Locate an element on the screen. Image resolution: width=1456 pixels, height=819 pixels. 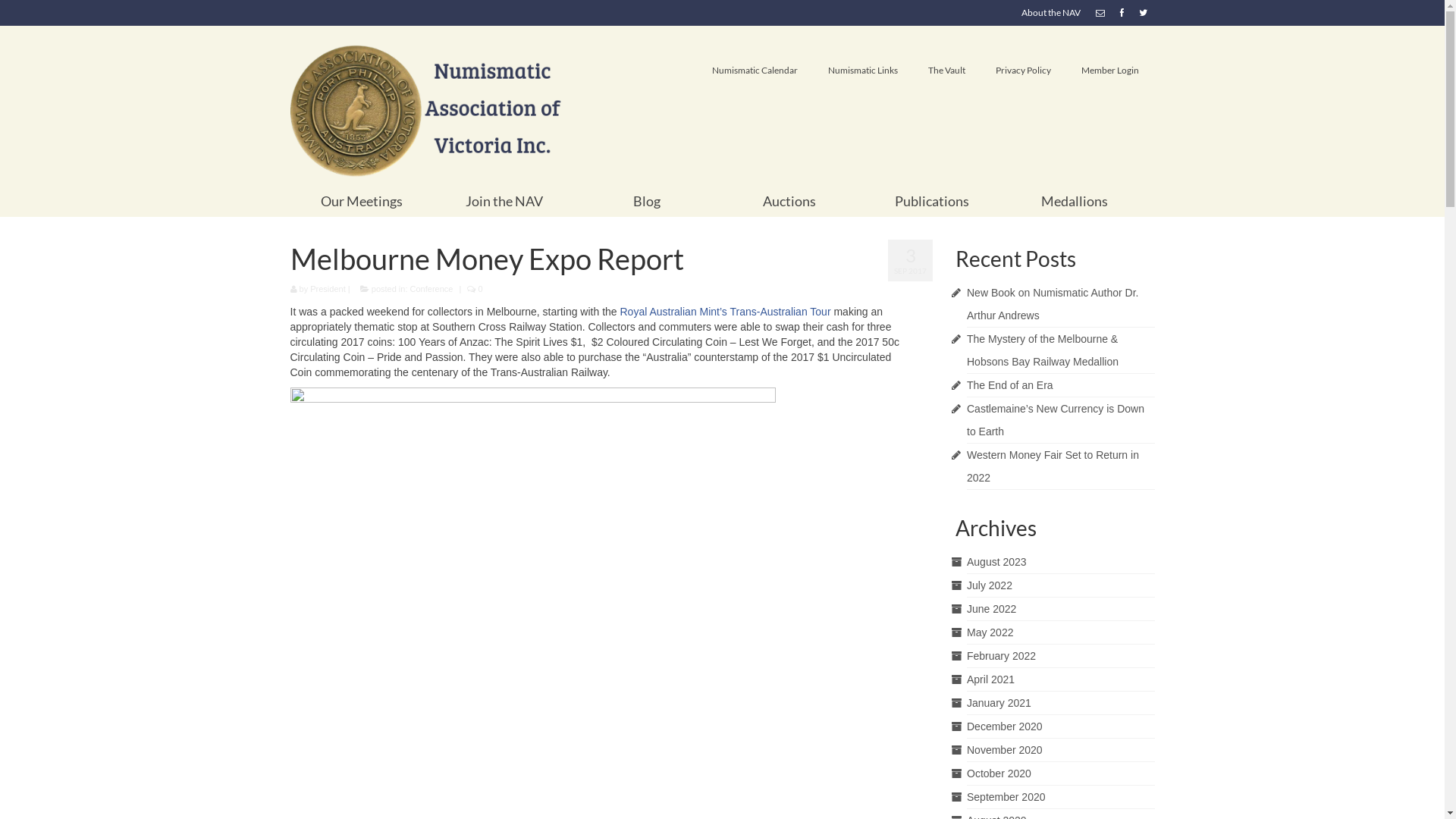
'August 2023' is located at coordinates (996, 561).